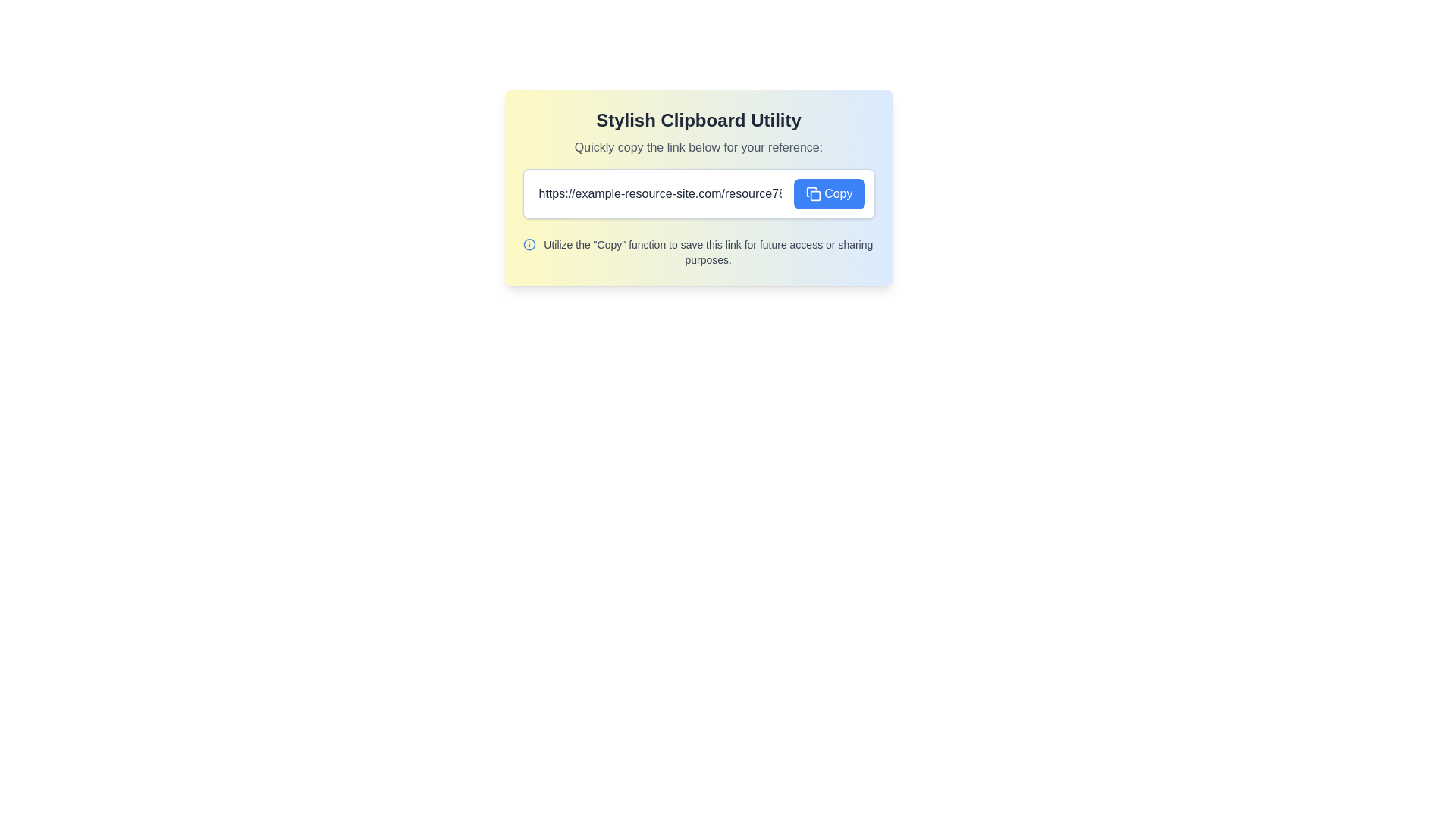 This screenshot has width=1456, height=819. I want to click on the copy link button located to the right of the input field, so click(828, 193).